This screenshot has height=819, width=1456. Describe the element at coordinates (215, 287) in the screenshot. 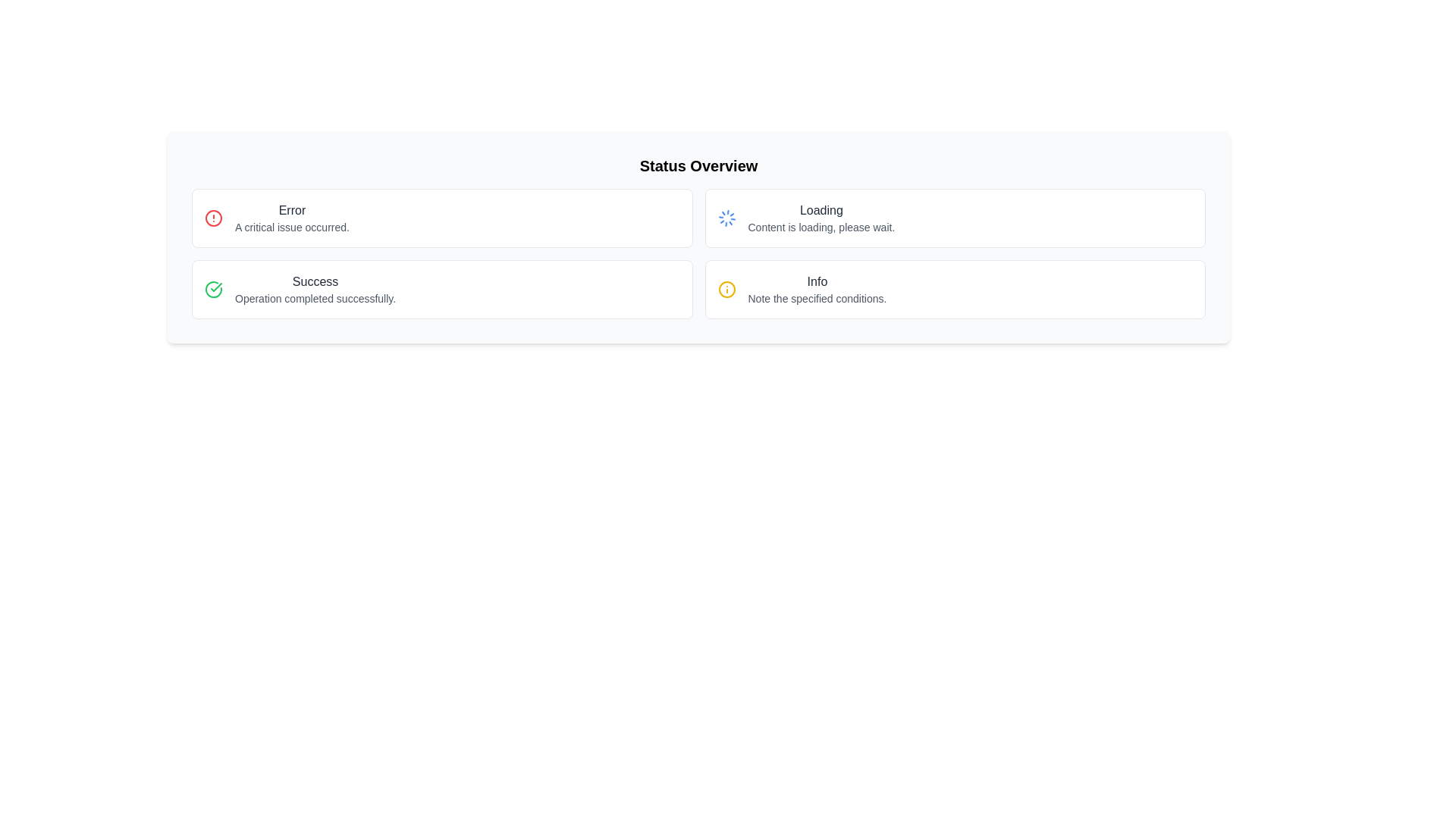

I see `the green checkmark icon within a circular border that indicates a successful operation, positioned centrally below the 'Error' indicator` at that location.